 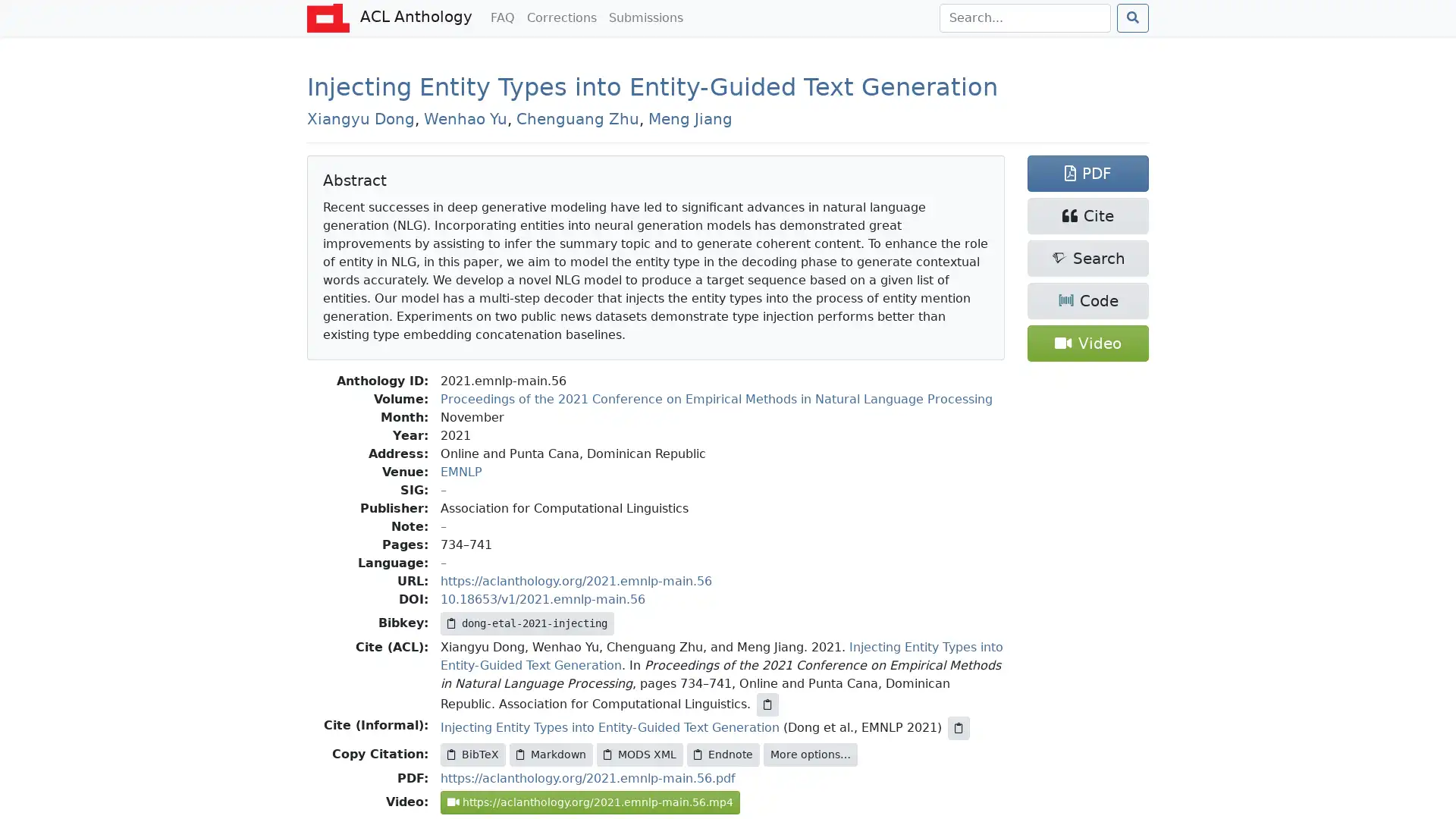 I want to click on Markdown, so click(x=550, y=755).